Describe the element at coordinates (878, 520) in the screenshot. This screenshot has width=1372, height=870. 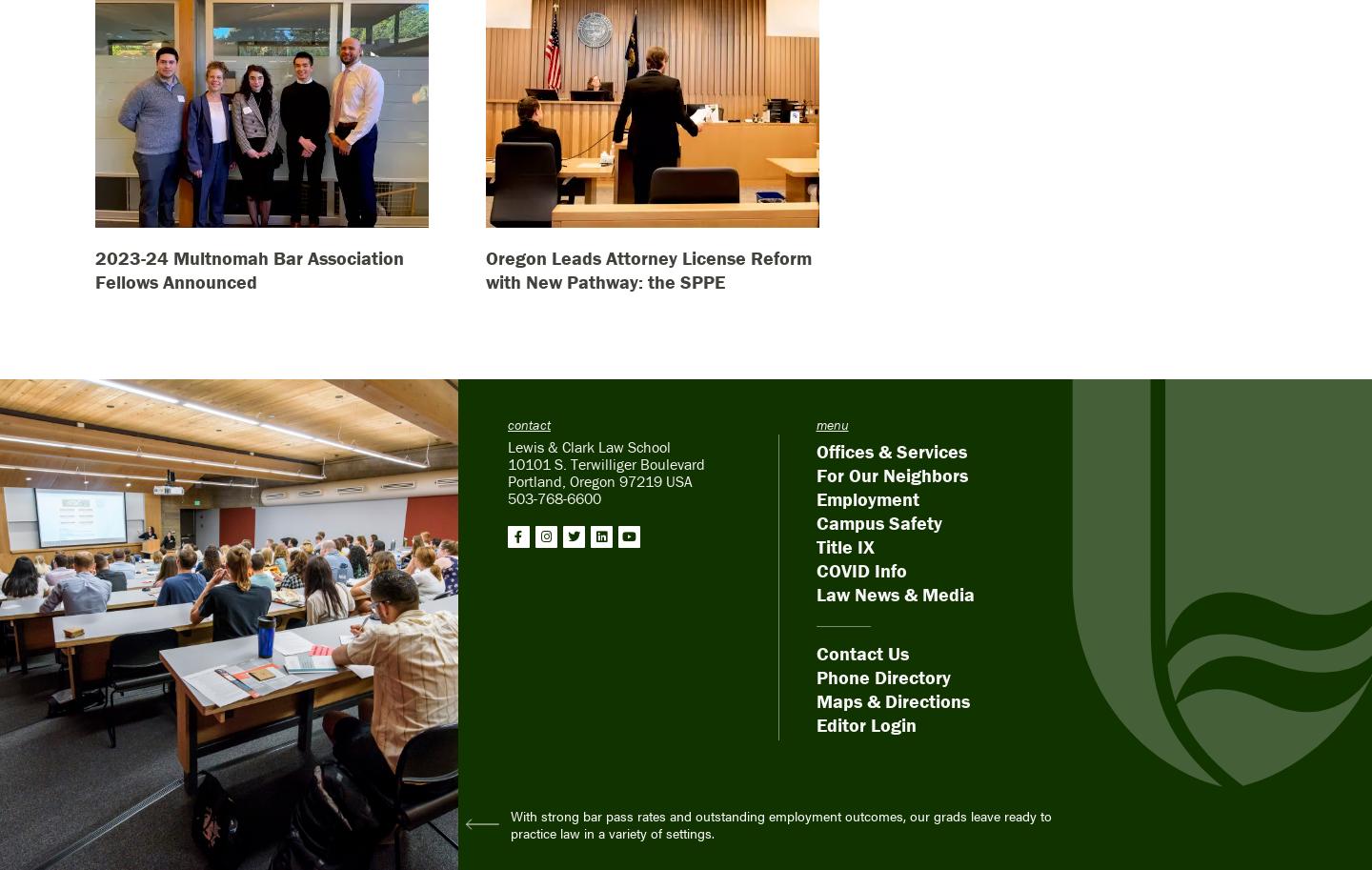
I see `'Campus Safety'` at that location.